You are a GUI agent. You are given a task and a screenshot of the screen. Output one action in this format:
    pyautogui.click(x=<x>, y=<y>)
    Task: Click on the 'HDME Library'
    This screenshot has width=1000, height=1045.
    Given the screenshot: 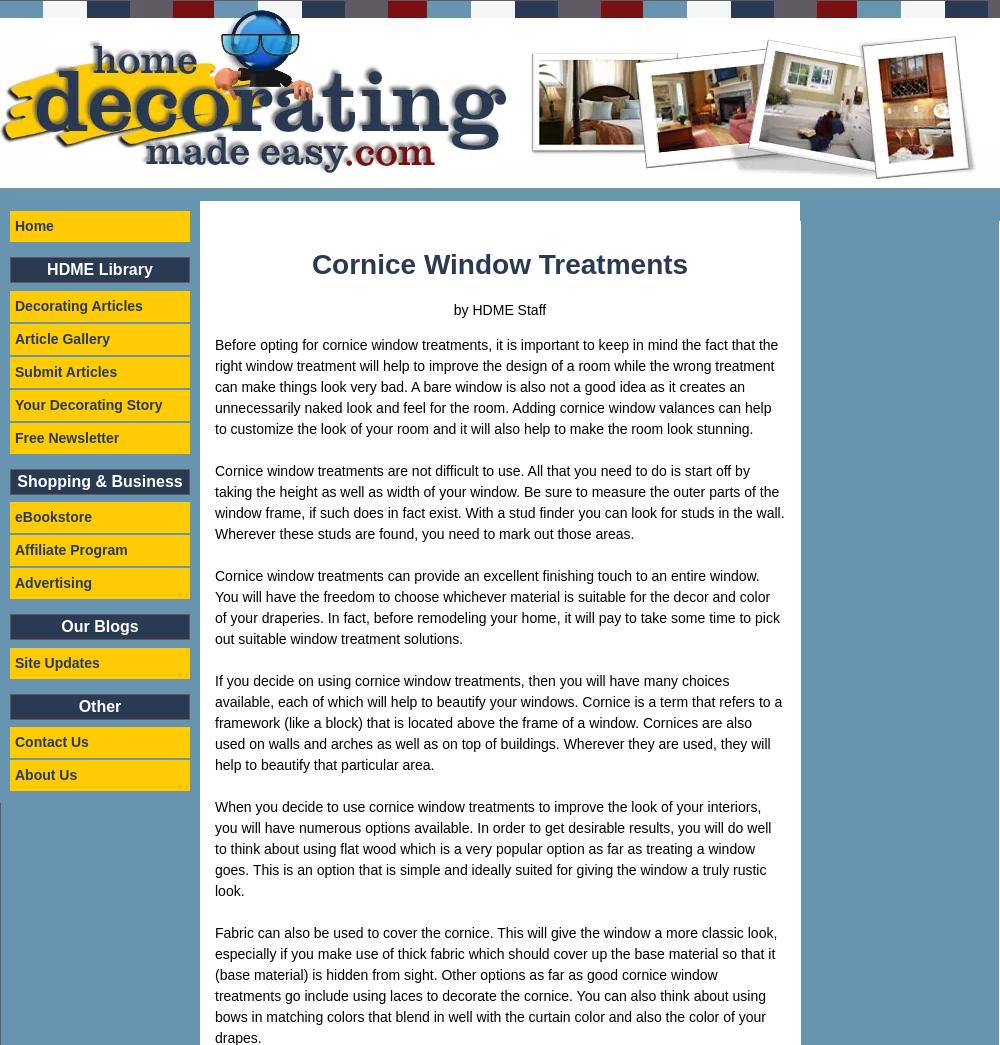 What is the action you would take?
    pyautogui.click(x=98, y=268)
    